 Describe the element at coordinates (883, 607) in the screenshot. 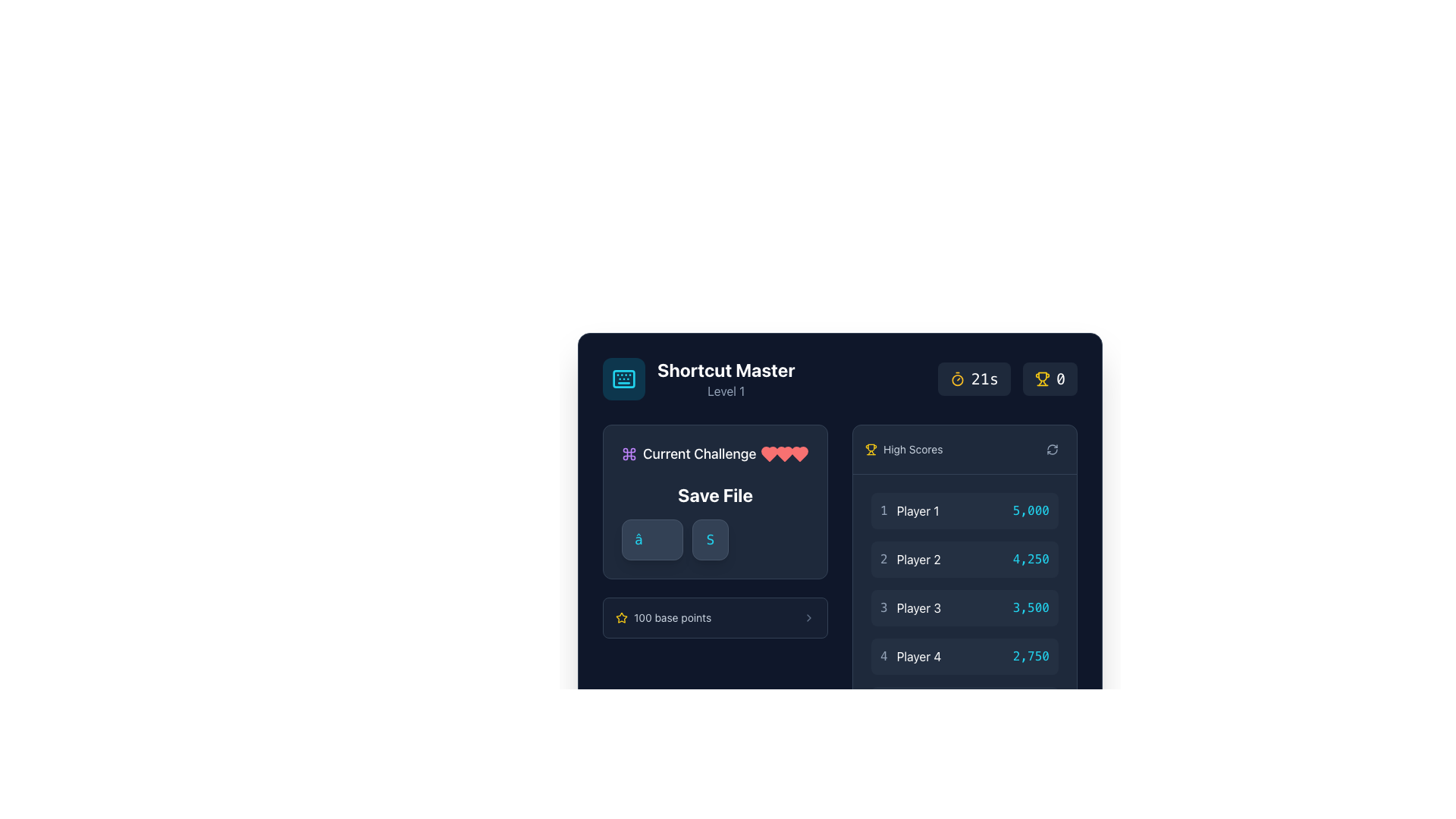

I see `the static text element displaying the character '3', which is styled in a monospace font and appears at the beginning of a row in the high scores leaderboard, located to the left of 'Player 3'` at that location.